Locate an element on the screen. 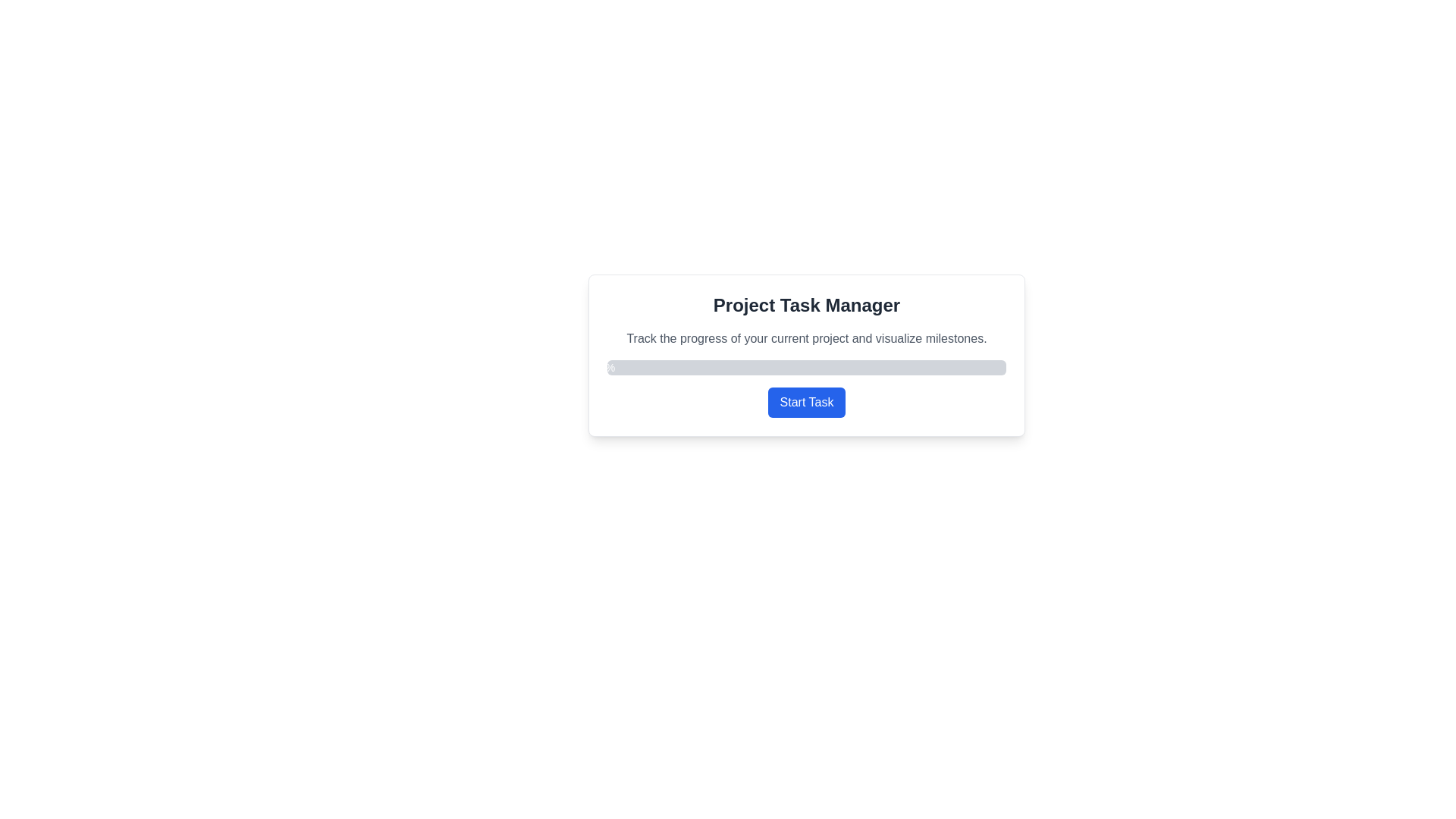 This screenshot has width=1456, height=819. the progress bar that visually displays progress in percentage, located below the text 'Track the progress of your current project and visualize milestones.' and above the 'Start Task' button is located at coordinates (806, 368).